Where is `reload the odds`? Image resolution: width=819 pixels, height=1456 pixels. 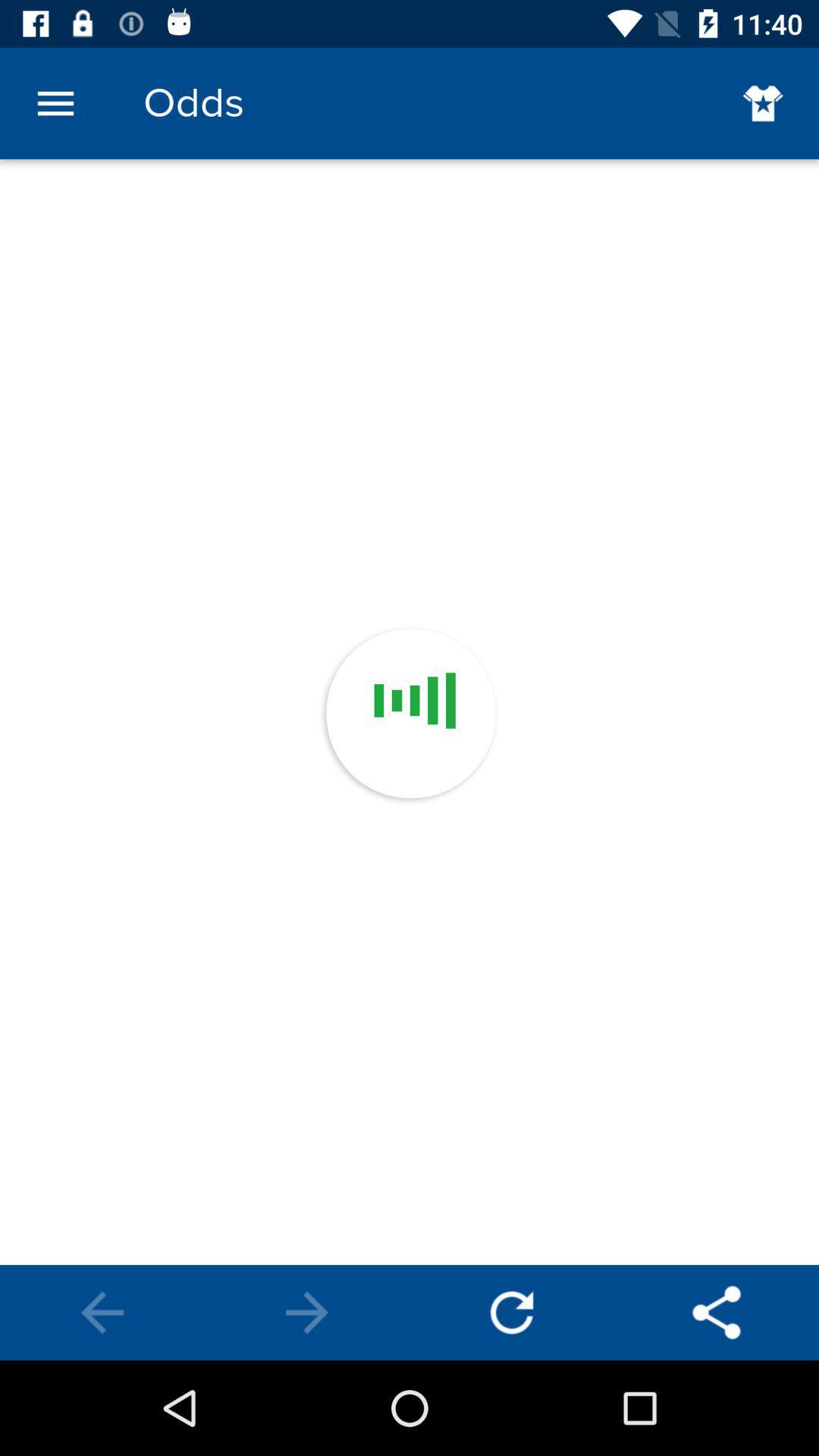
reload the odds is located at coordinates (512, 1312).